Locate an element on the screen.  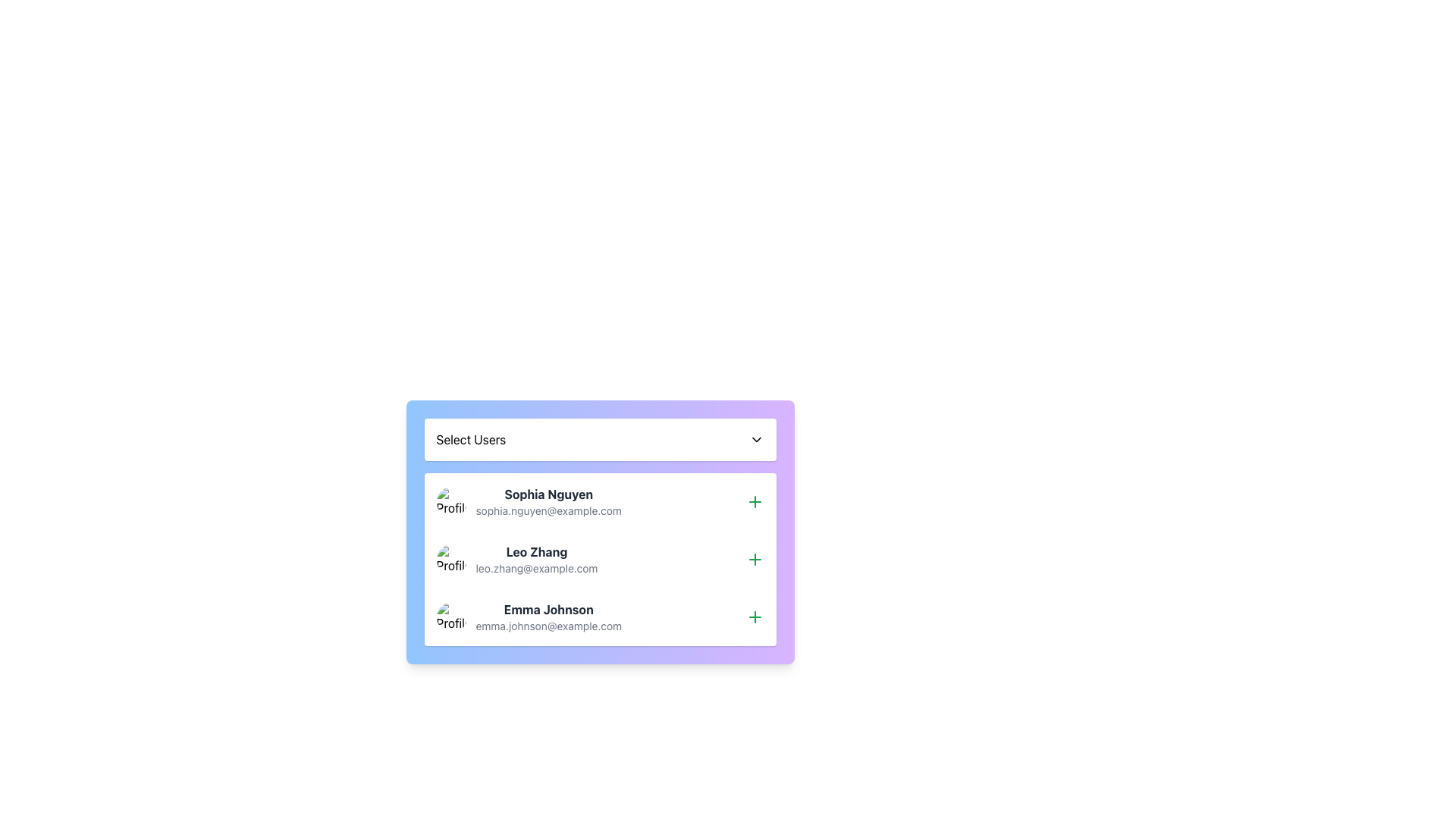
user's name 'Sophia Nguyen' and email details from the first list item in the 'Select Users' section is located at coordinates (599, 502).